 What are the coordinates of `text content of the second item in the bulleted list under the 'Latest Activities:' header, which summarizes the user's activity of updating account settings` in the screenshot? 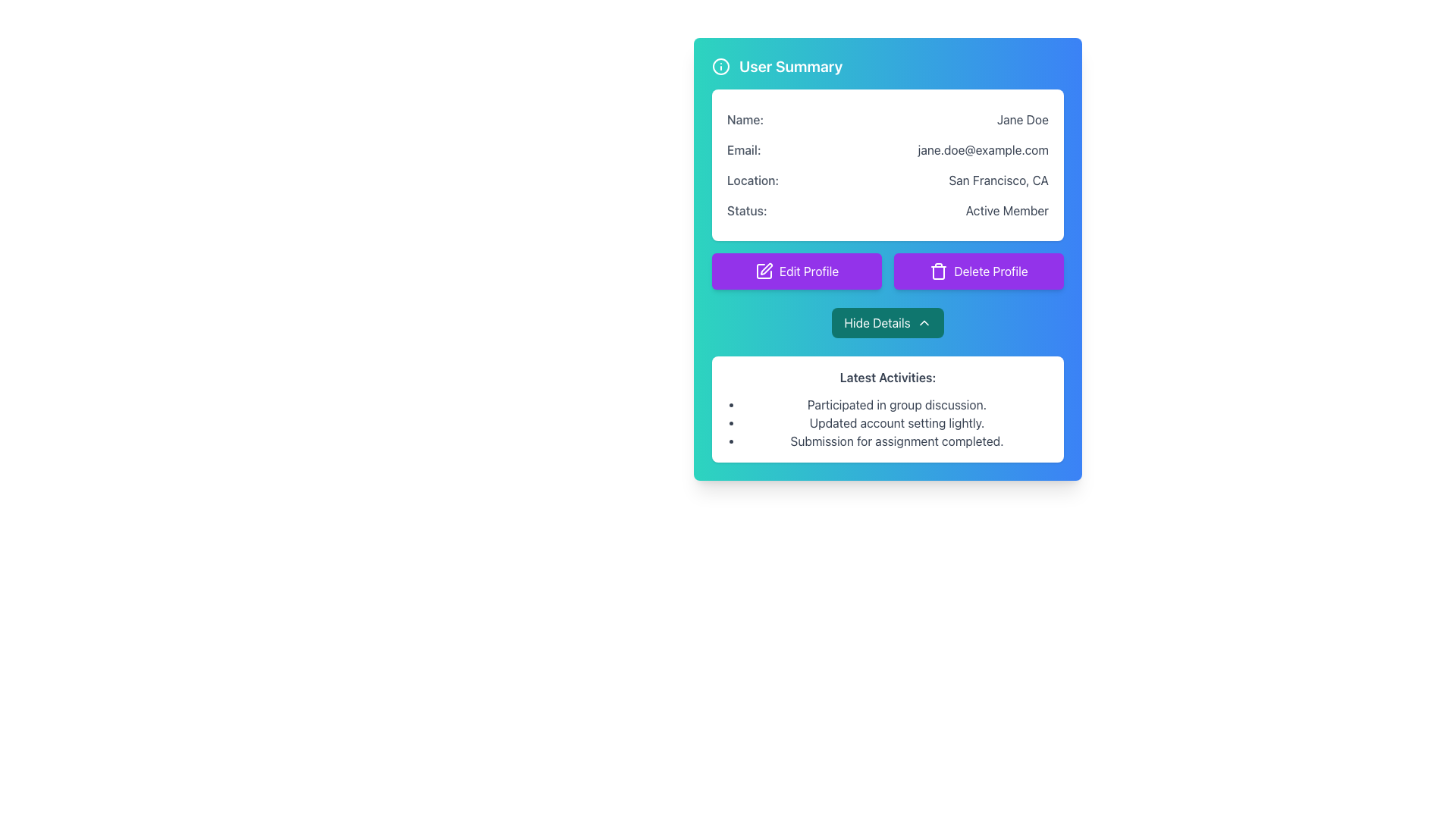 It's located at (896, 423).